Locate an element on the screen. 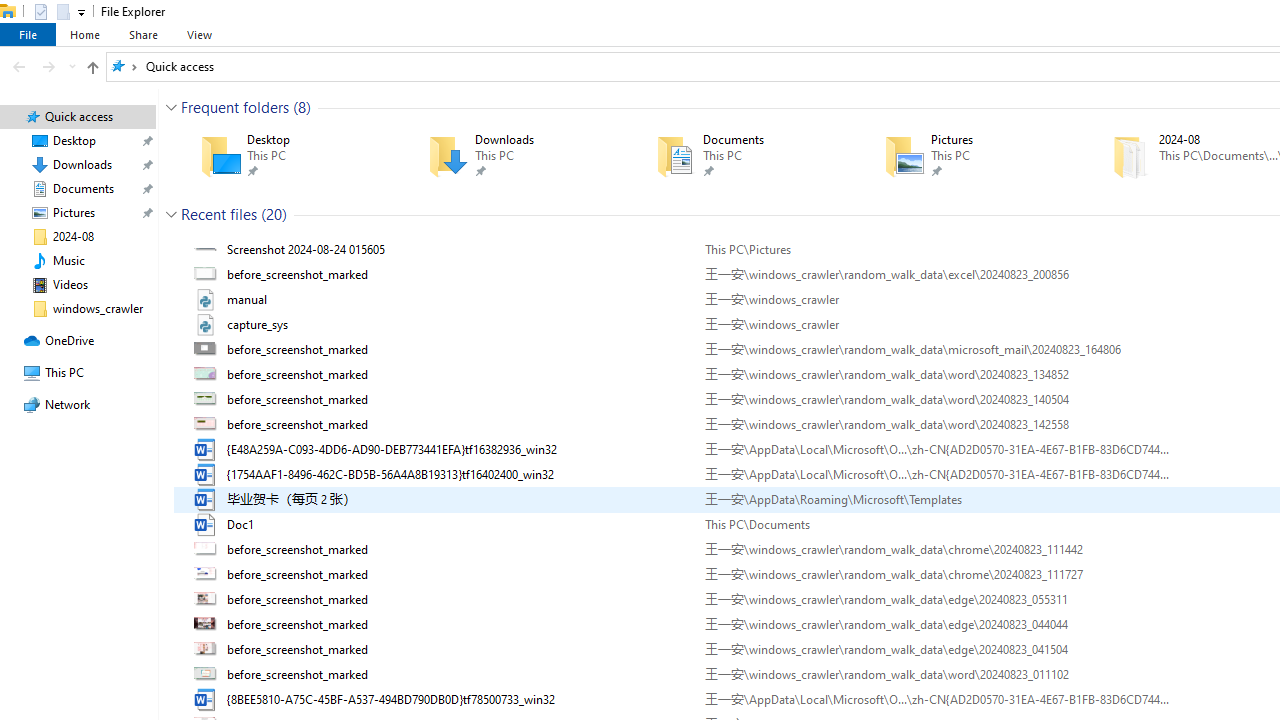  'Quick Access Toolbar' is located at coordinates (51, 11).